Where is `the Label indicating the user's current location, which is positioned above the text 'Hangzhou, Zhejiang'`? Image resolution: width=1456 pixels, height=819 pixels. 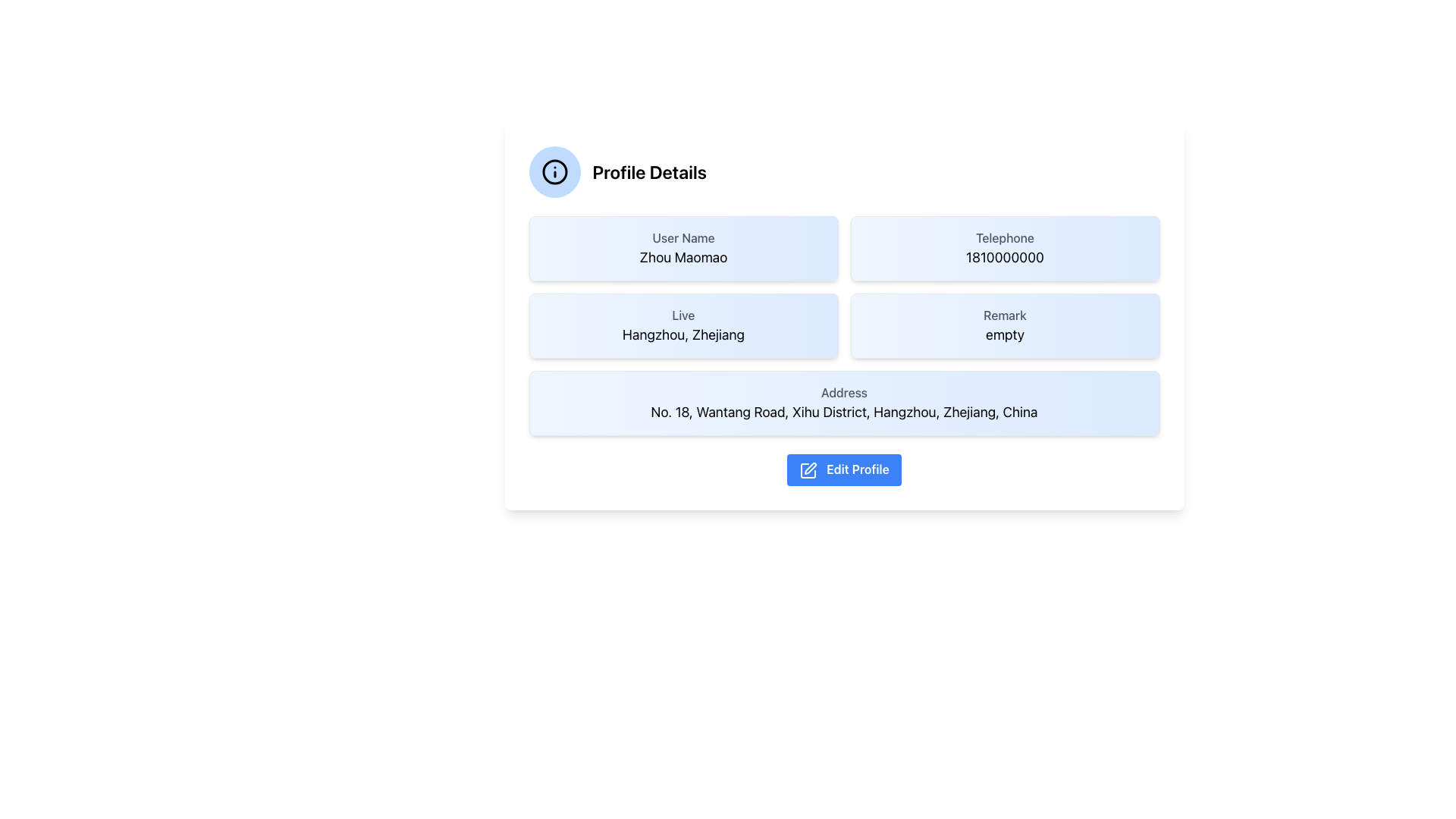
the Label indicating the user's current location, which is positioned above the text 'Hangzhou, Zhejiang' is located at coordinates (682, 315).